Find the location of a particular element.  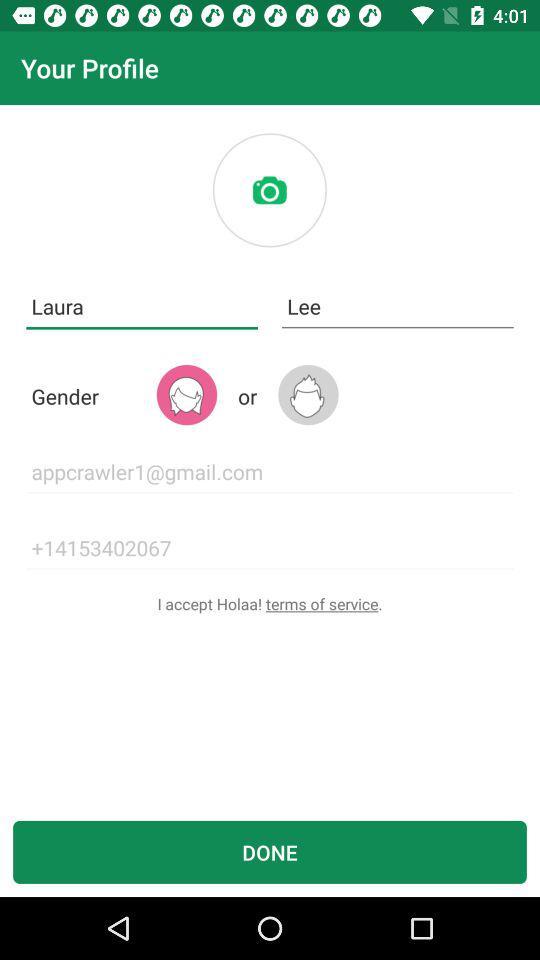

item above the laura item is located at coordinates (269, 190).